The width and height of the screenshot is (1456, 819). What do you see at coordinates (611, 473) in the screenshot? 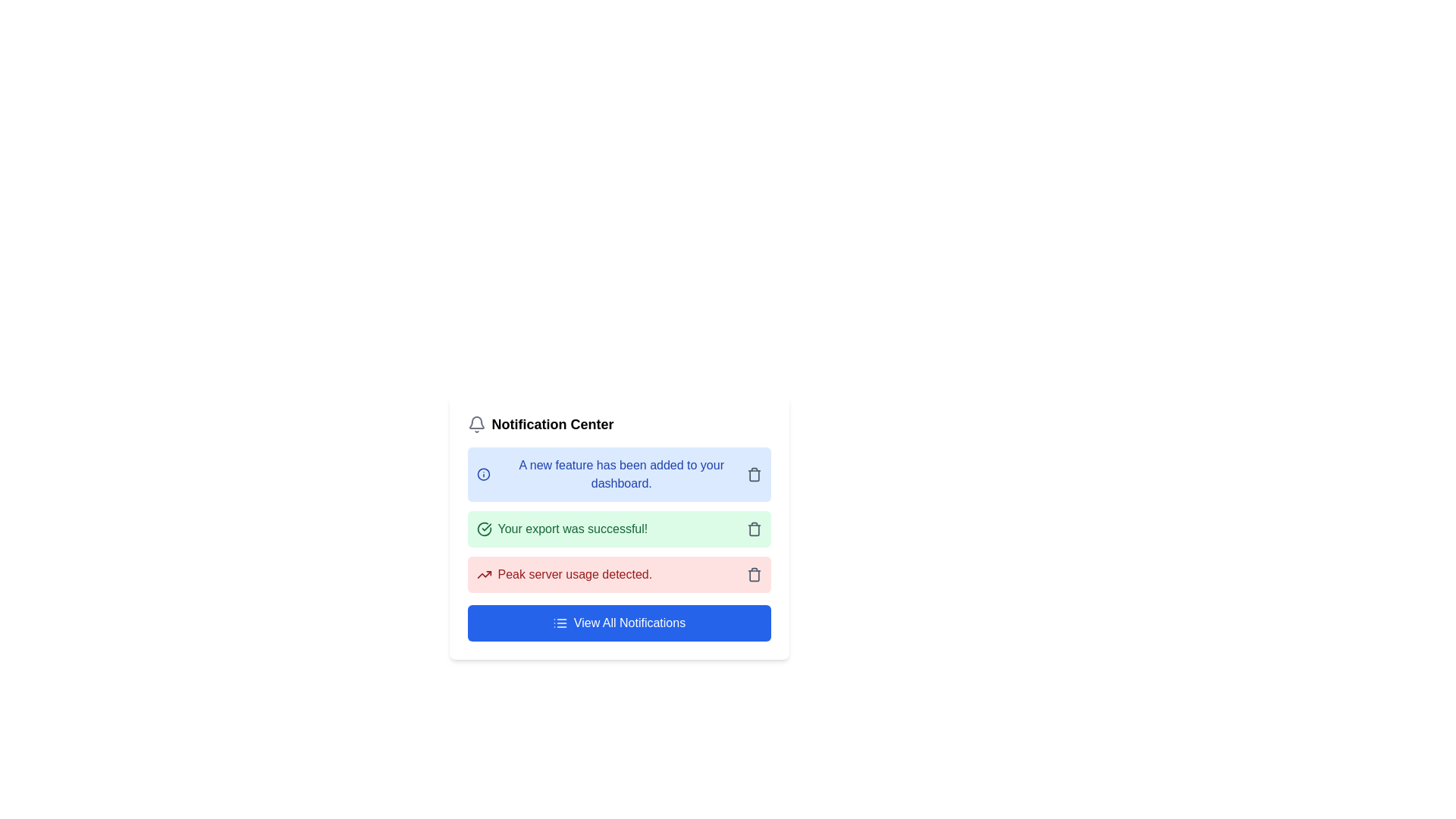
I see `text displayed on the first notification card in the Notification Center section` at bounding box center [611, 473].